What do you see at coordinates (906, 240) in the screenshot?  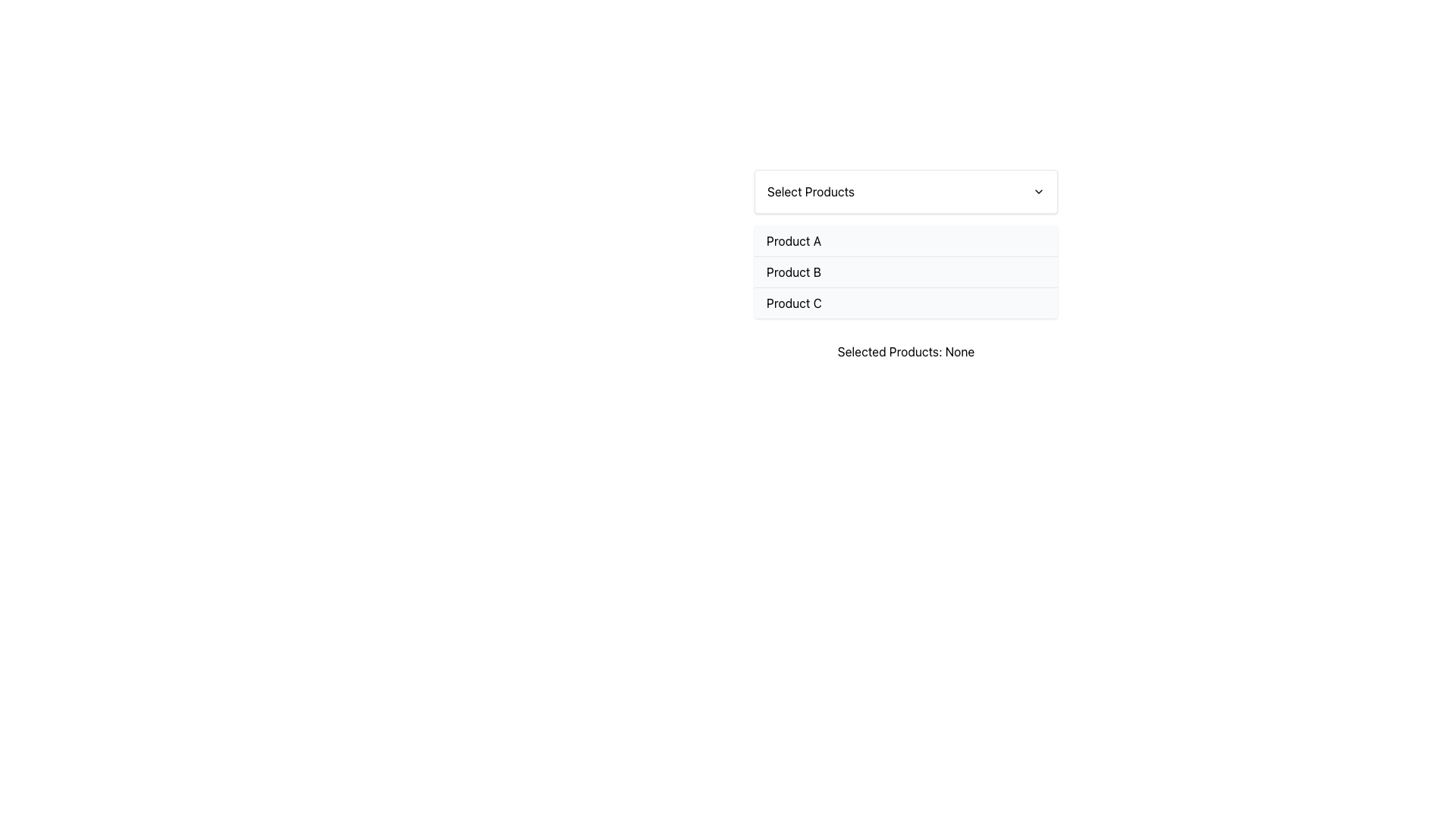 I see `the first list item labeled 'Product A' in the dropdown menu` at bounding box center [906, 240].